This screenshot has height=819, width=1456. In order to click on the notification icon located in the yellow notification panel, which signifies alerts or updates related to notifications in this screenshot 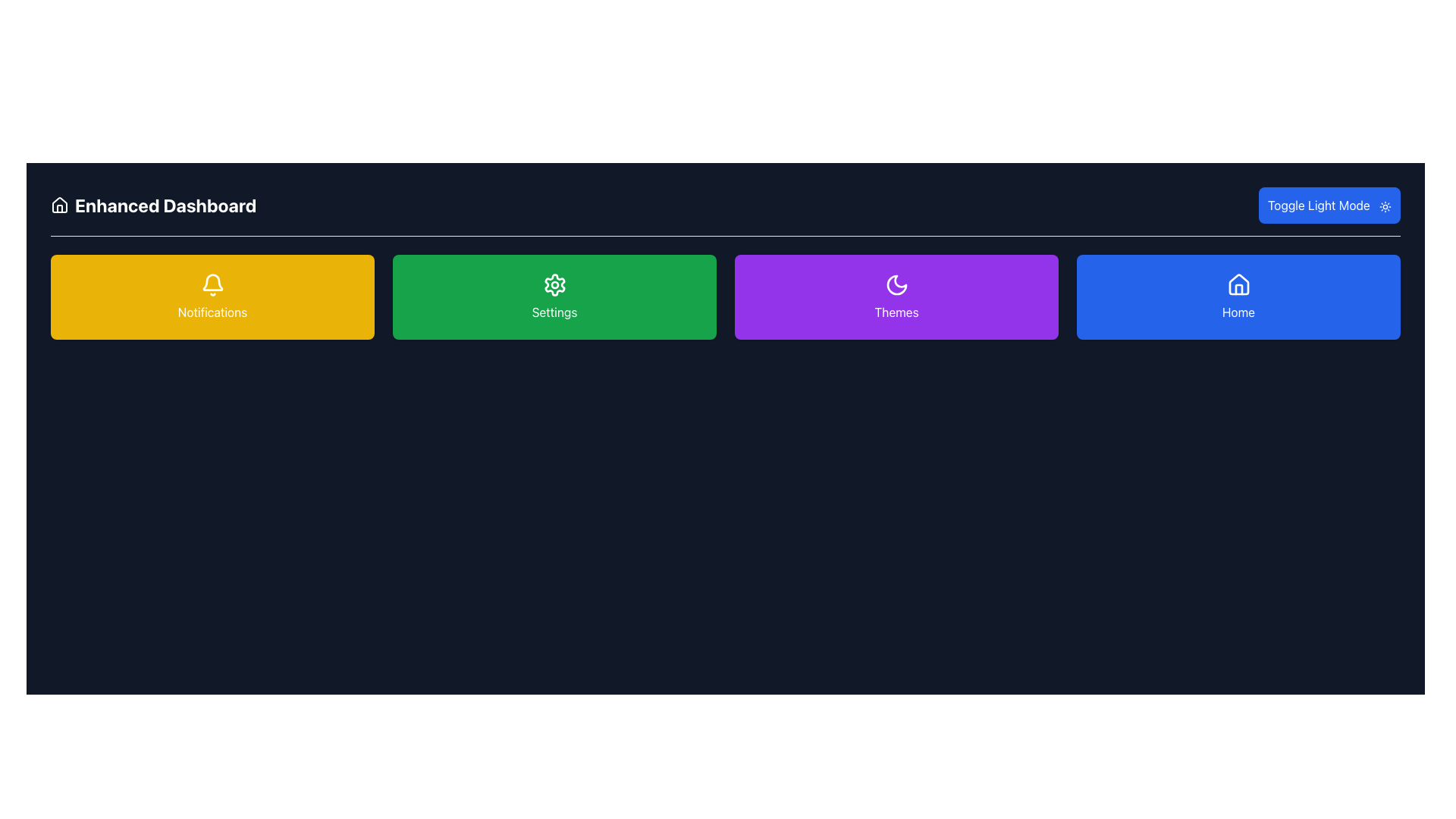, I will do `click(212, 284)`.